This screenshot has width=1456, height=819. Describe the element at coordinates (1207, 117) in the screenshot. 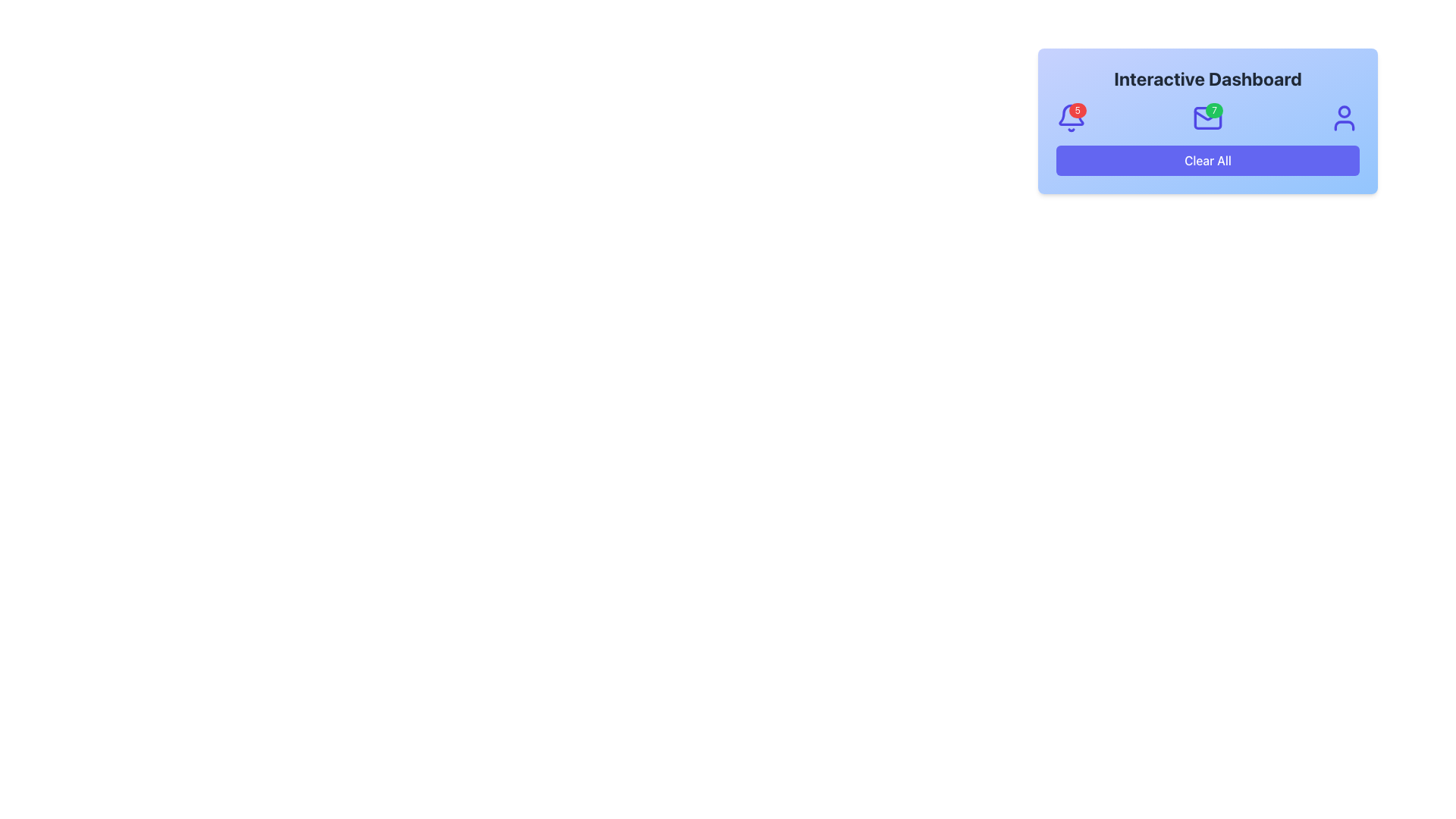

I see `the first Decorative SVG rectangle that represents the base of the envelope icon located at the center of the dashboard interface` at that location.